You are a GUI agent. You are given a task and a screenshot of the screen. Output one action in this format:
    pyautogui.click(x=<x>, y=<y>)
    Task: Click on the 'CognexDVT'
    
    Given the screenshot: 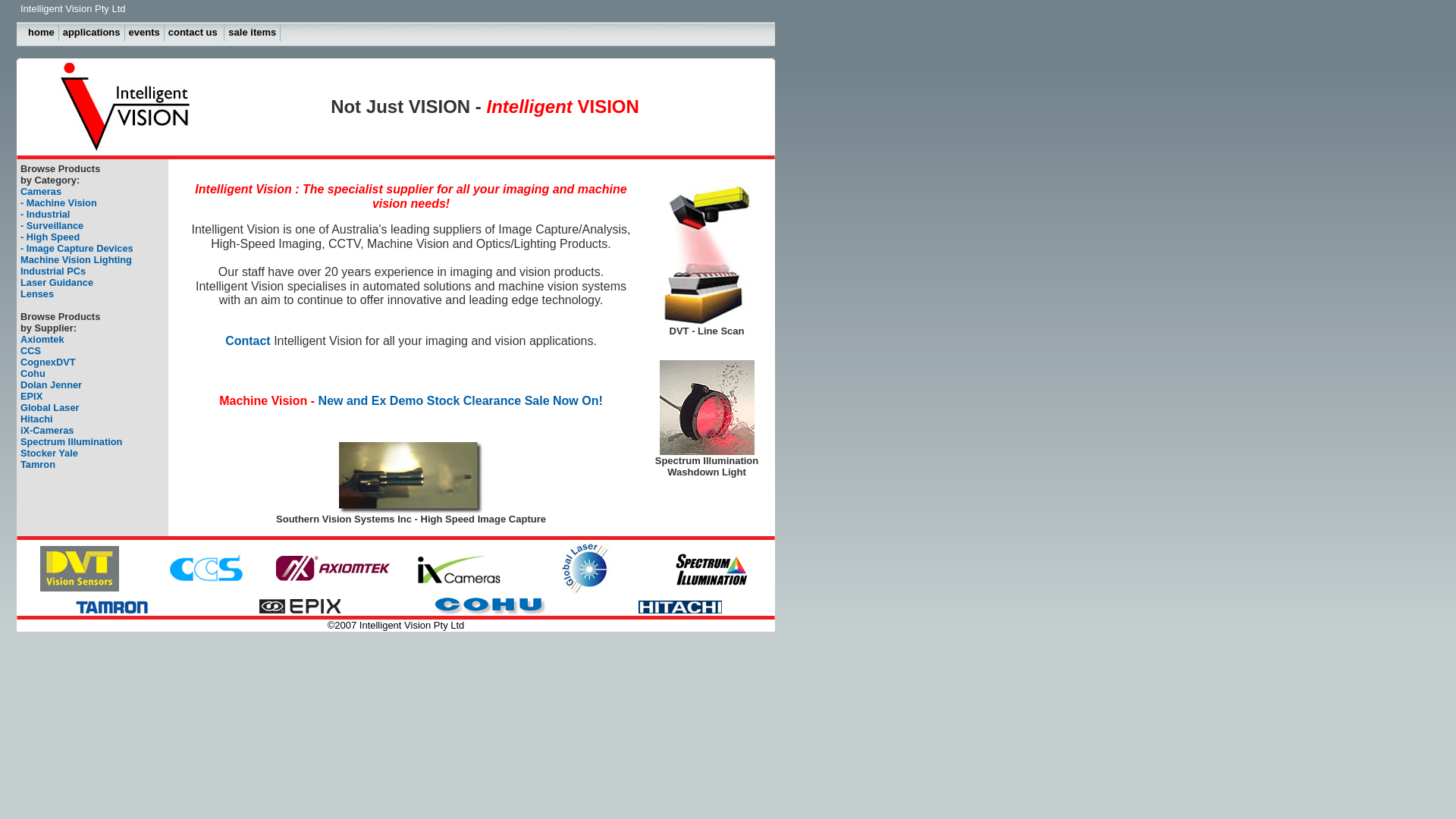 What is the action you would take?
    pyautogui.click(x=48, y=362)
    